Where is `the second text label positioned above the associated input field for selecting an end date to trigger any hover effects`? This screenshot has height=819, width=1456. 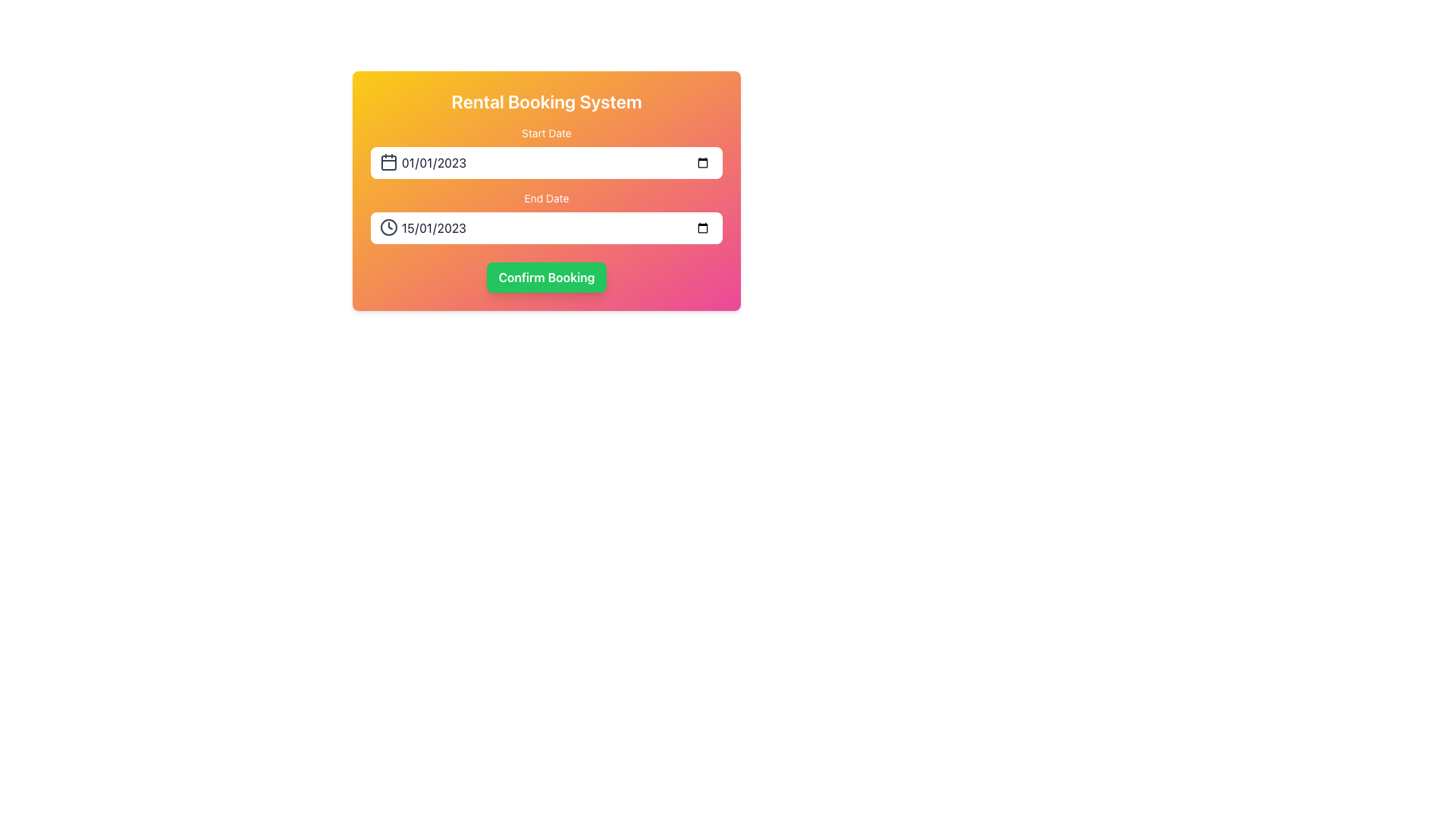 the second text label positioned above the associated input field for selecting an end date to trigger any hover effects is located at coordinates (546, 198).